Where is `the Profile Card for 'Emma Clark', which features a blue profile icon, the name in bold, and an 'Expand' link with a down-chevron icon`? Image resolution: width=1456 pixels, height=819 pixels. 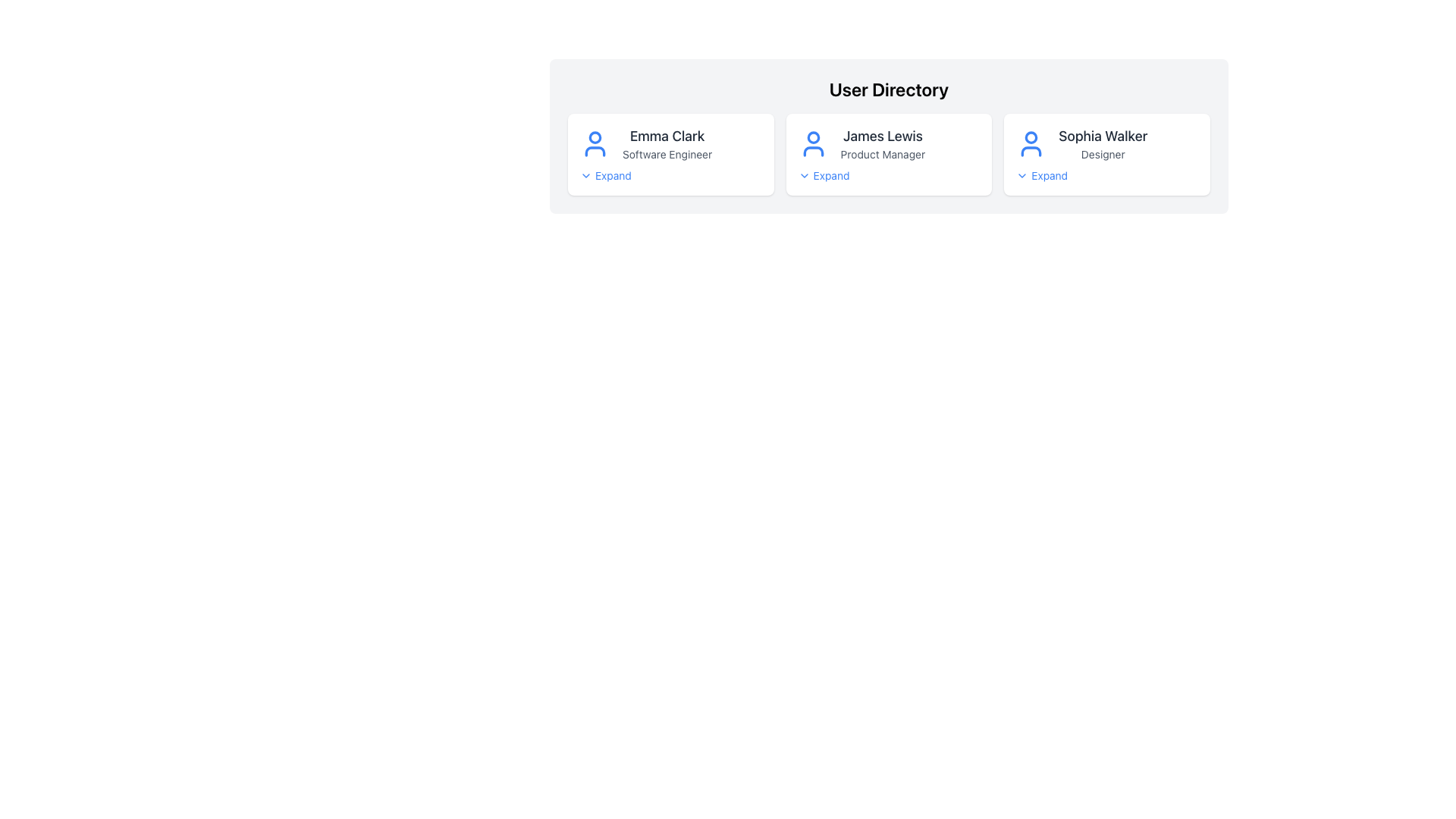 the Profile Card for 'Emma Clark', which features a blue profile icon, the name in bold, and an 'Expand' link with a down-chevron icon is located at coordinates (670, 155).